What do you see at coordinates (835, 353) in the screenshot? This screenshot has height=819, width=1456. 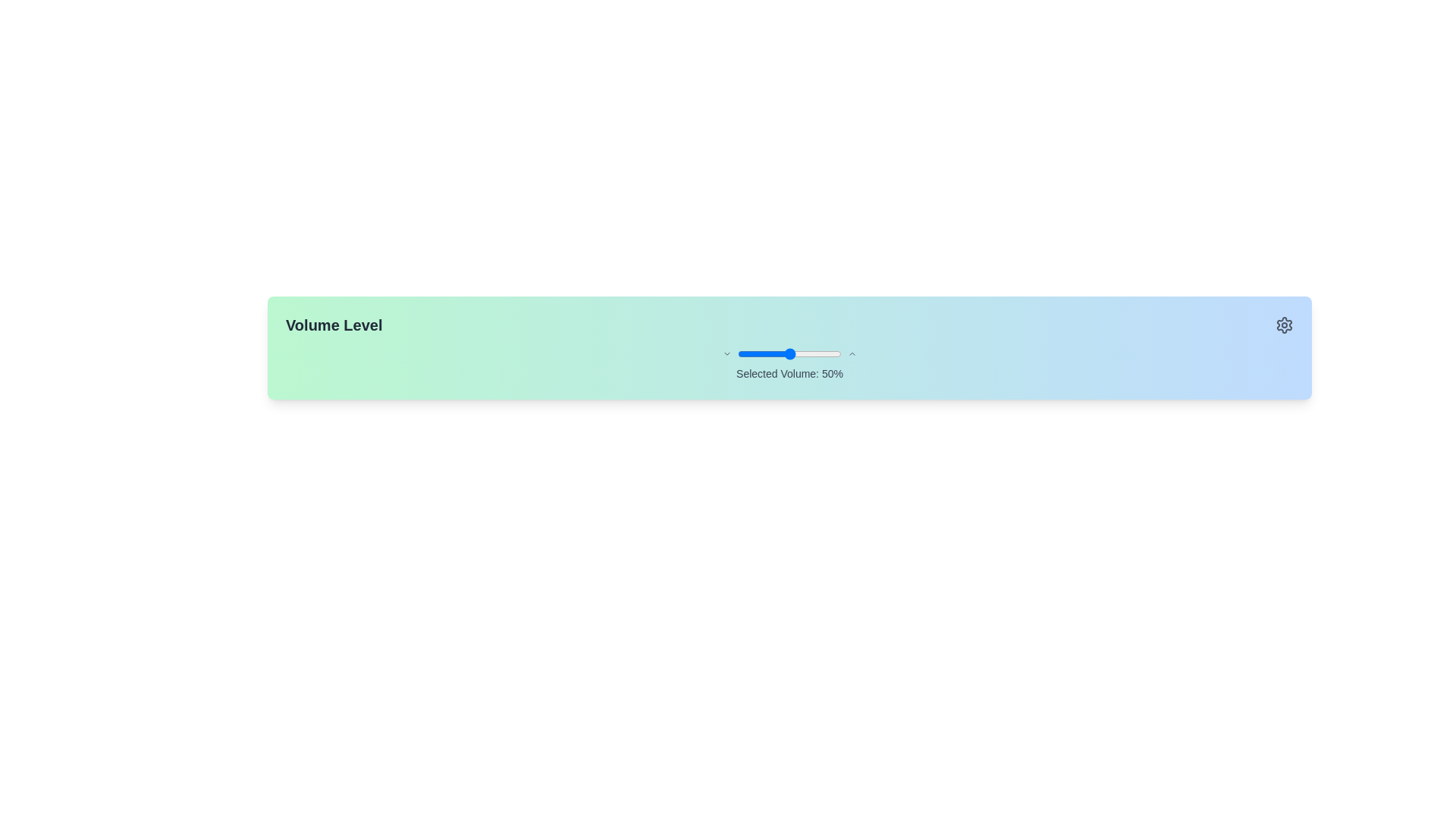 I see `the slider value` at bounding box center [835, 353].